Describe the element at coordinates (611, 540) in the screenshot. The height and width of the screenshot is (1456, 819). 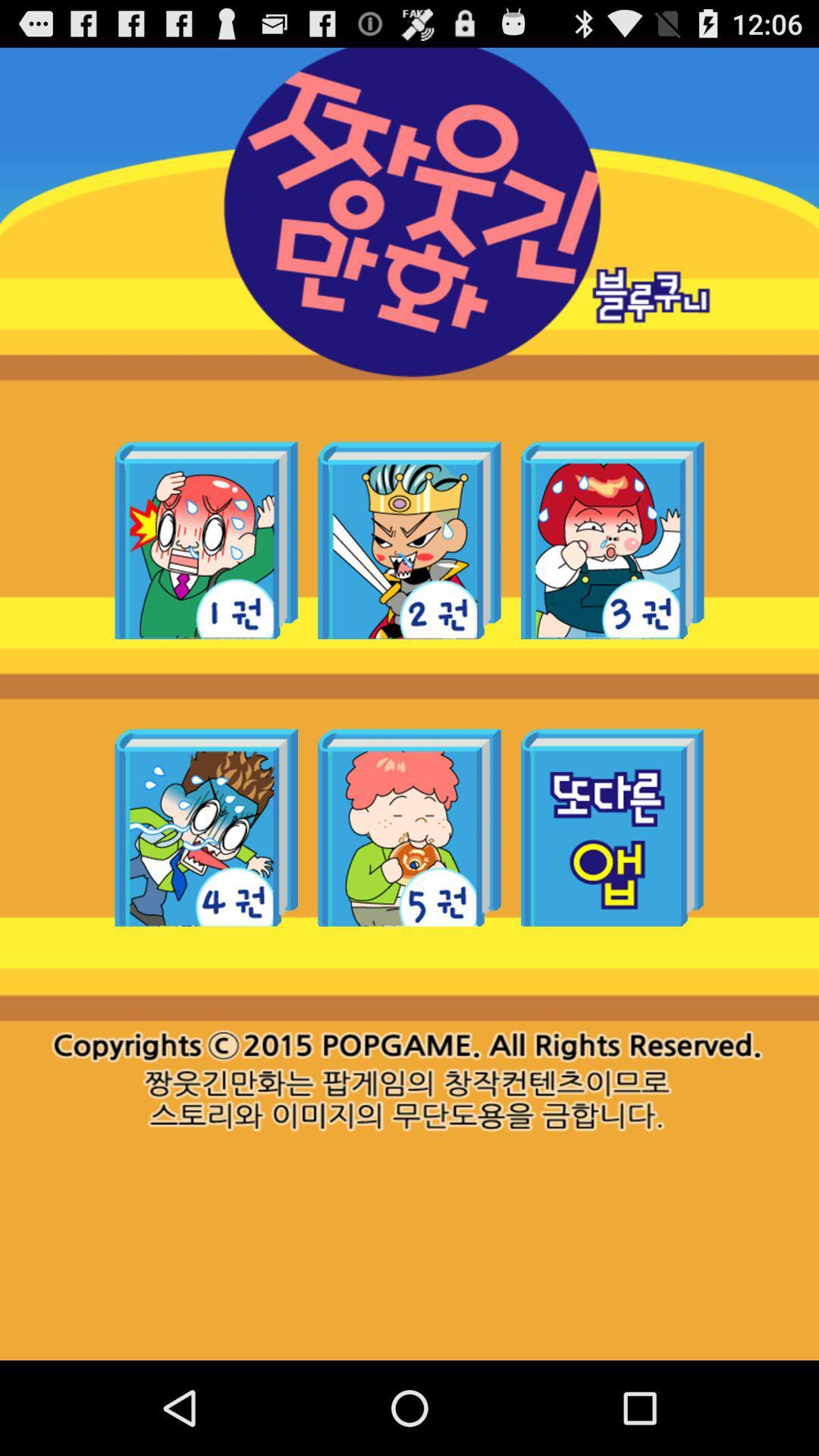
I see `choose this particular popgame` at that location.